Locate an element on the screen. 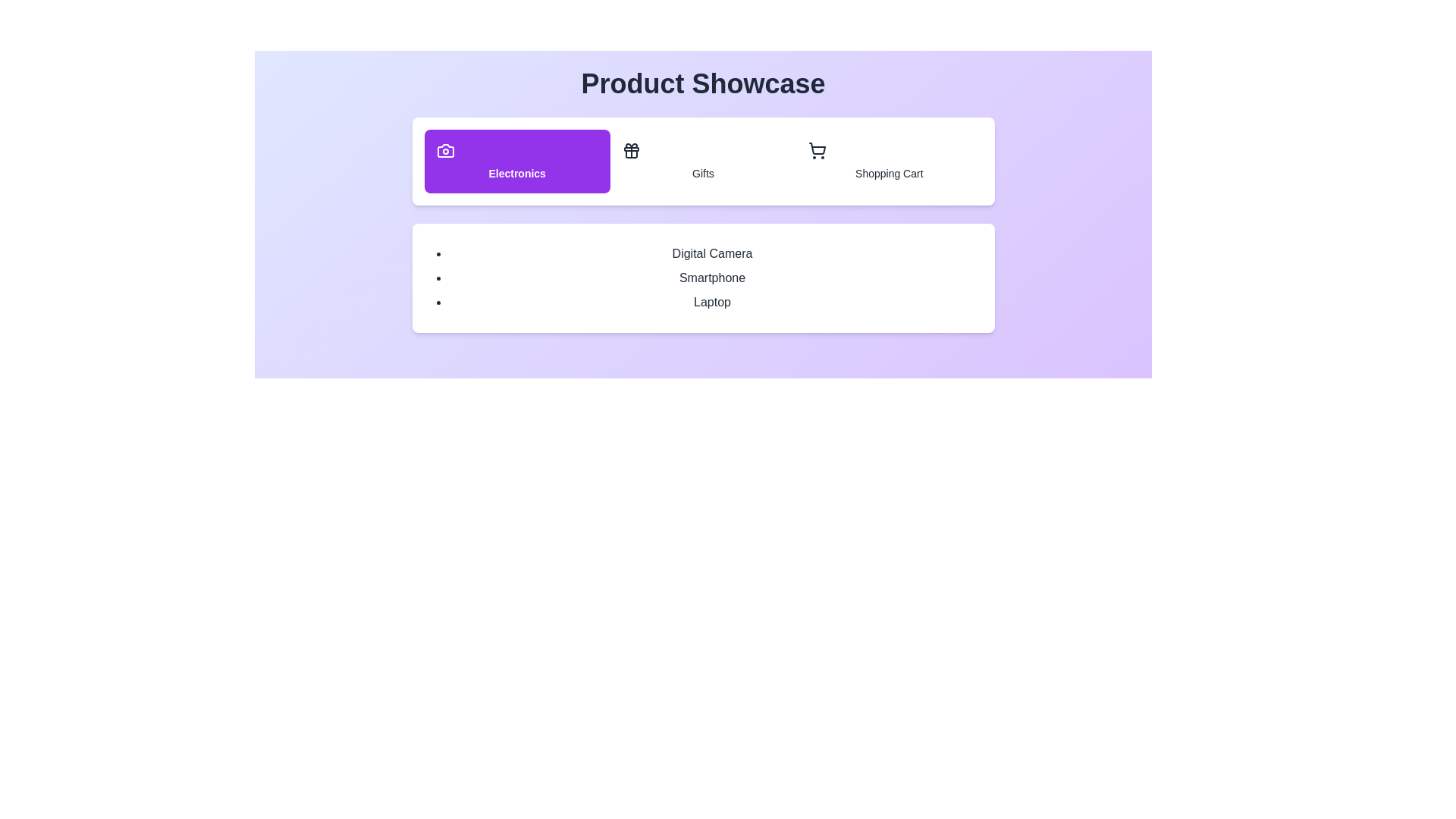 This screenshot has height=819, width=1456. the text label displaying 'Digital Camera', which is the first item in a bulleted list under the 'Electronics' tab is located at coordinates (711, 253).